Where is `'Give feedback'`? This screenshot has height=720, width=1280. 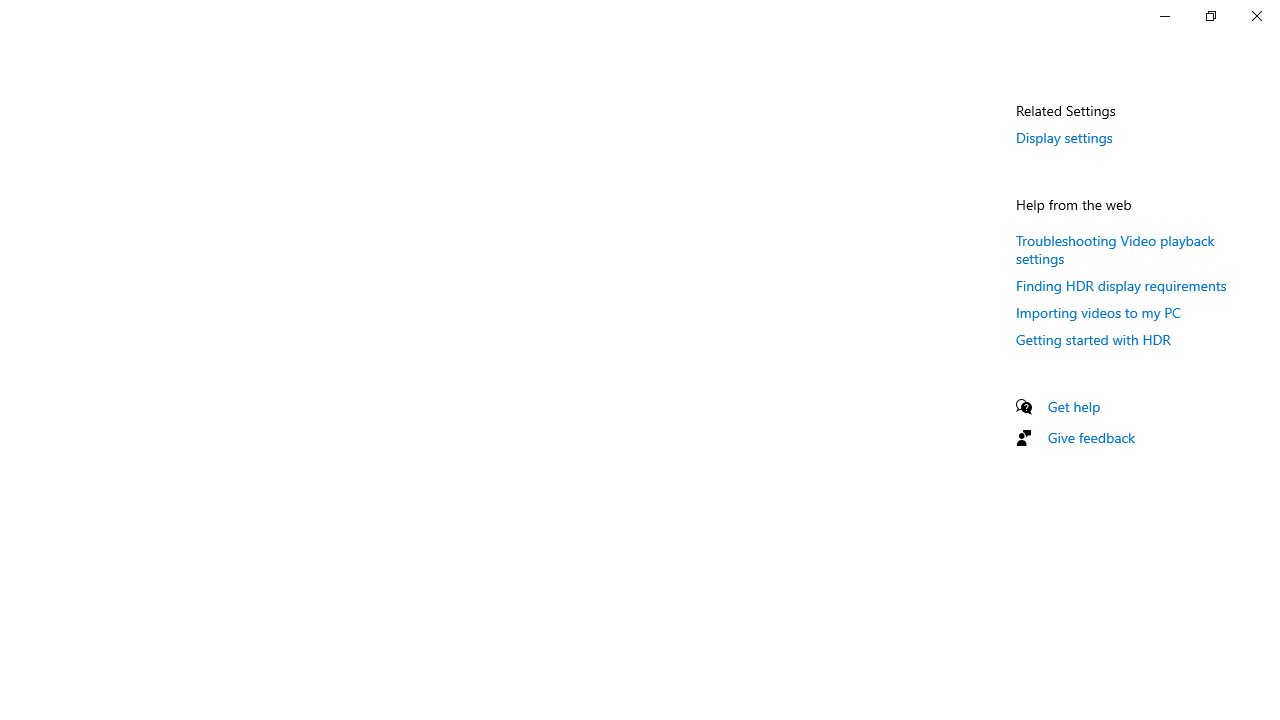
'Give feedback' is located at coordinates (1090, 436).